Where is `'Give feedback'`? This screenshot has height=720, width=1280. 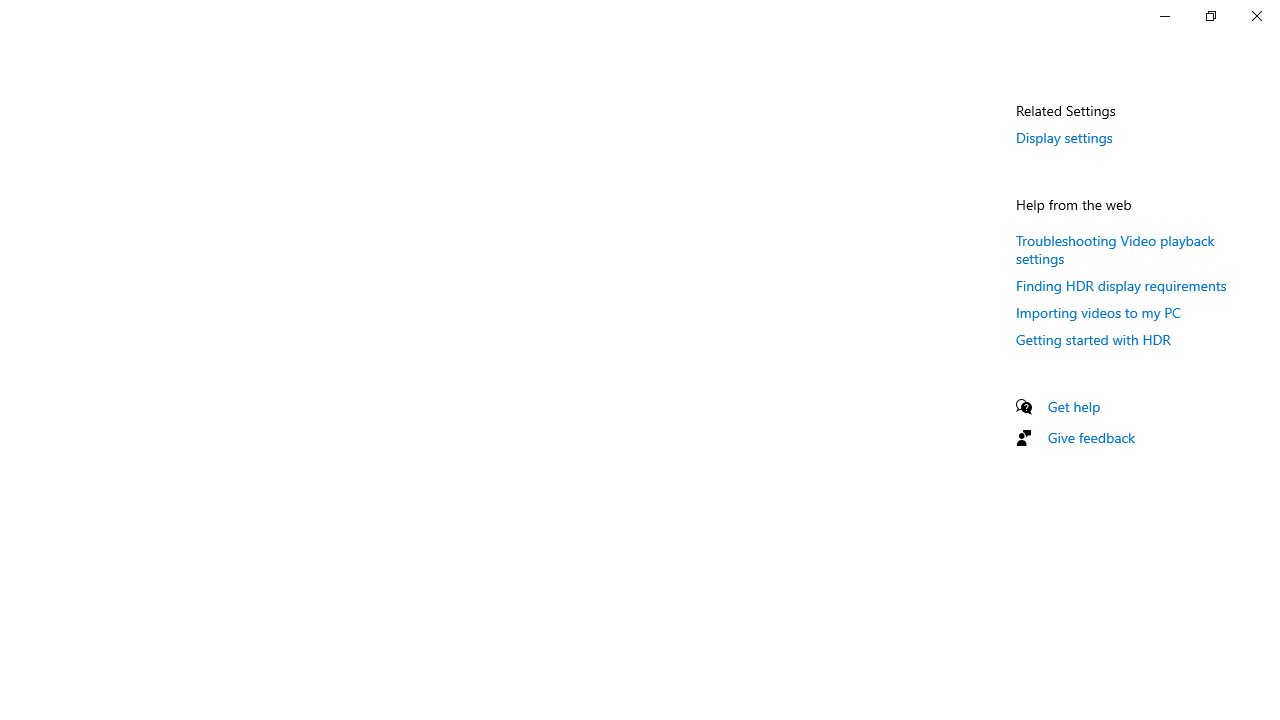
'Give feedback' is located at coordinates (1090, 436).